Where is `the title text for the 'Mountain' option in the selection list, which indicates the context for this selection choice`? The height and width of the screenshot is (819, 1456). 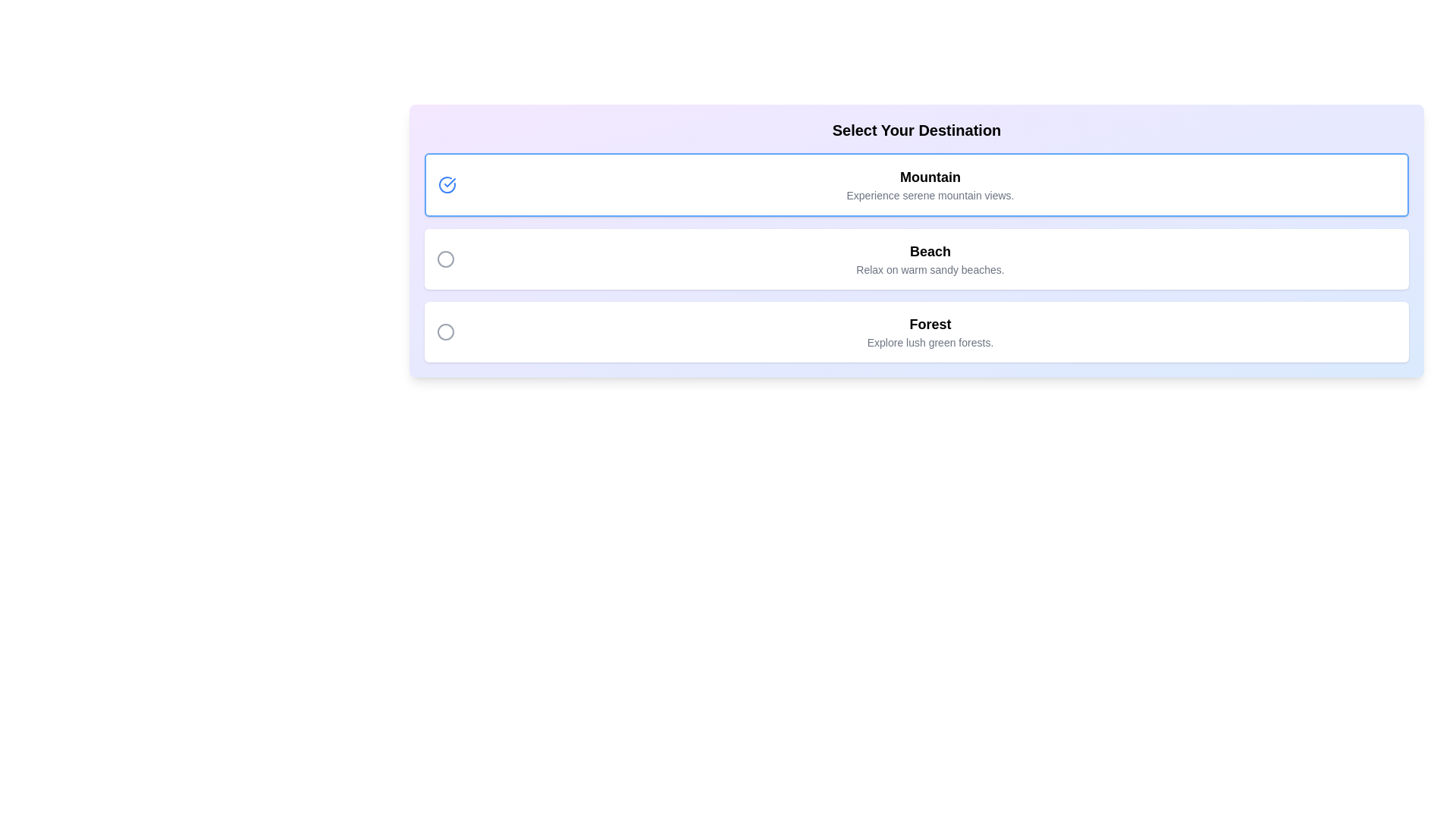 the title text for the 'Mountain' option in the selection list, which indicates the context for this selection choice is located at coordinates (930, 177).